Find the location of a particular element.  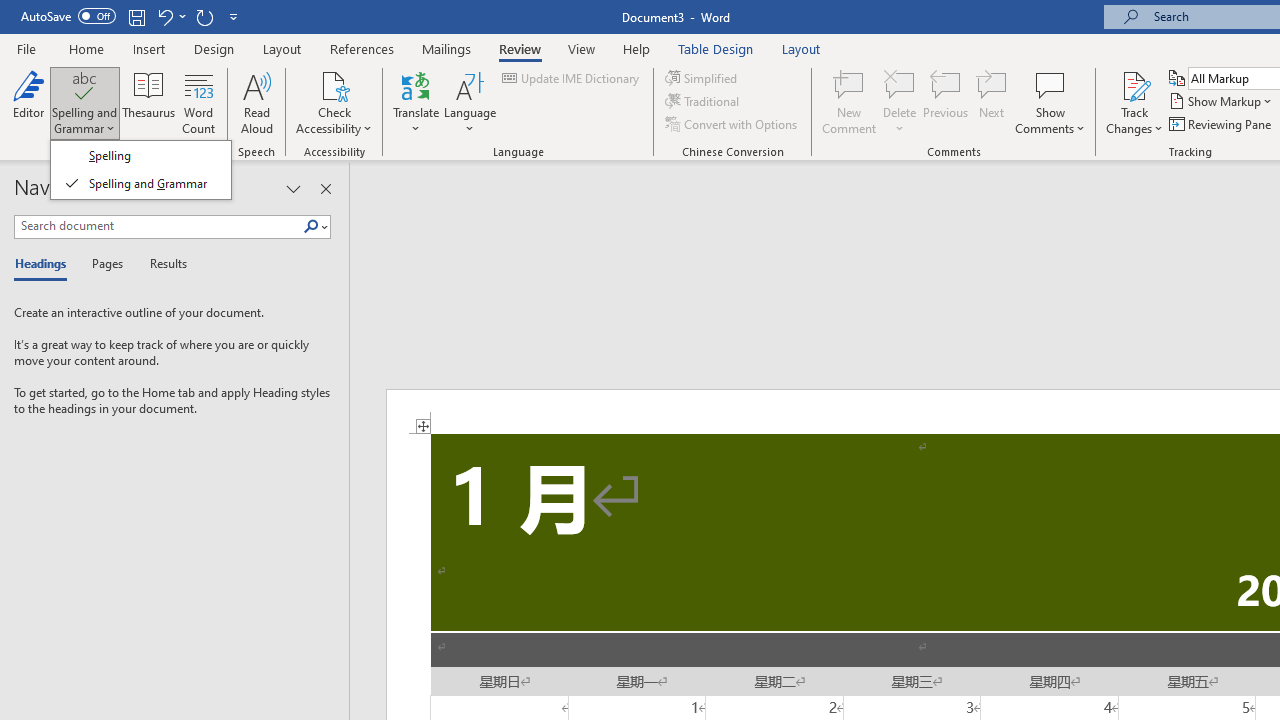

'Traditional' is located at coordinates (704, 101).